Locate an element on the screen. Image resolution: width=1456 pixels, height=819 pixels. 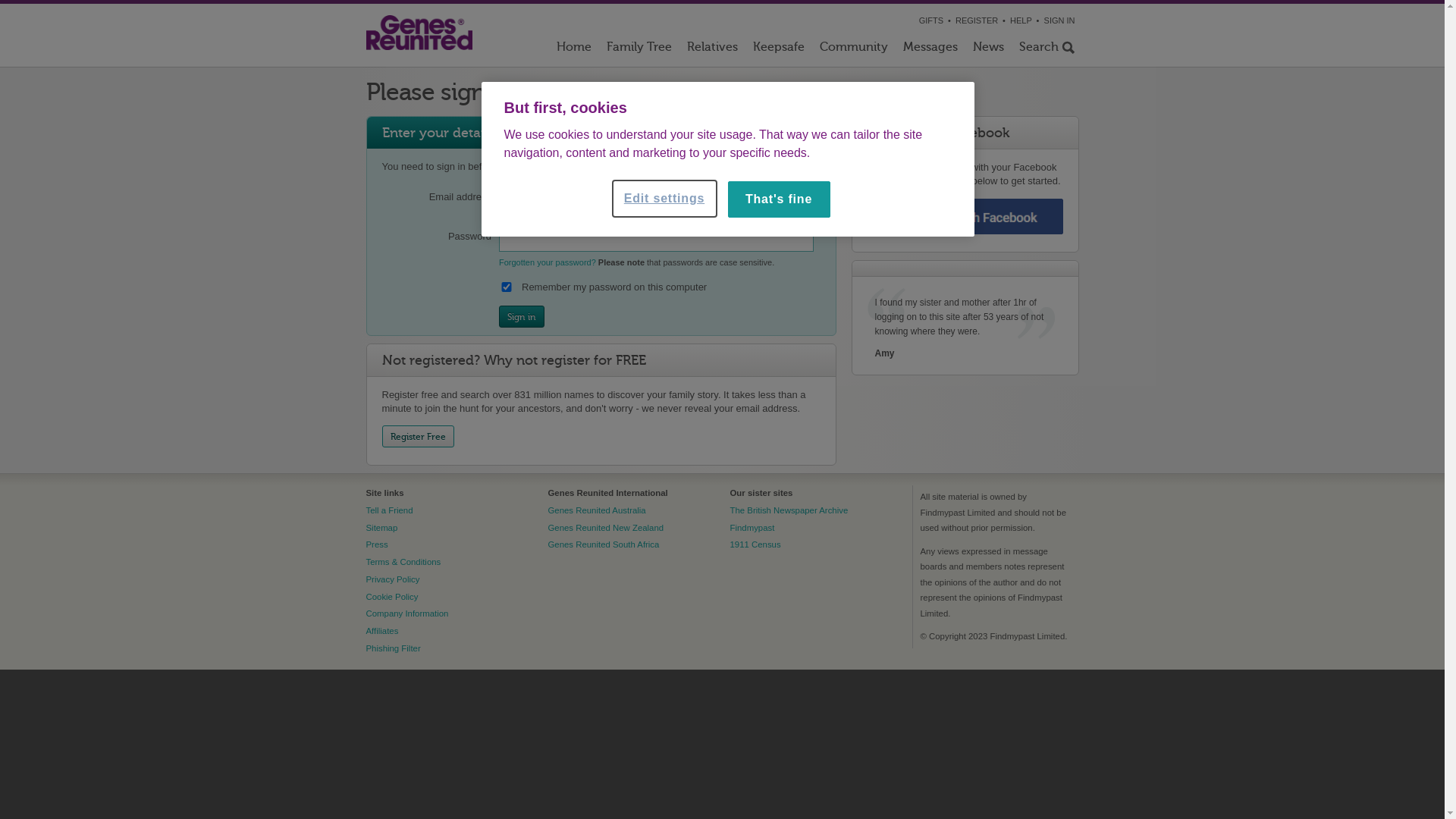
'Genes Reunited New Zealand' is located at coordinates (604, 526).